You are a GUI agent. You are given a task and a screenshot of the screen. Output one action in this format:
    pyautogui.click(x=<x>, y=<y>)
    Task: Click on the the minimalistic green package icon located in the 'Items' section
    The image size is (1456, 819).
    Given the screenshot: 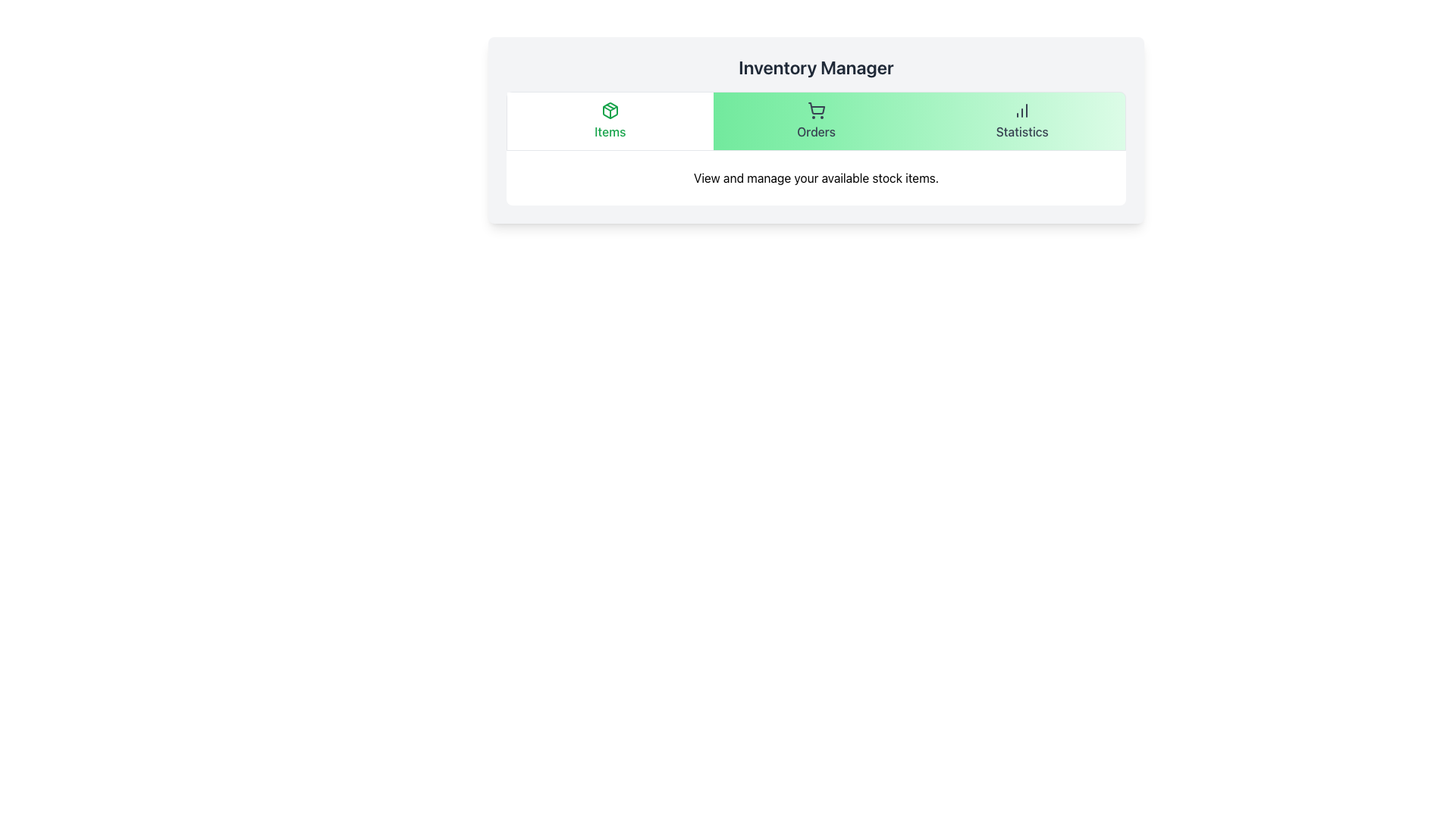 What is the action you would take?
    pyautogui.click(x=610, y=110)
    